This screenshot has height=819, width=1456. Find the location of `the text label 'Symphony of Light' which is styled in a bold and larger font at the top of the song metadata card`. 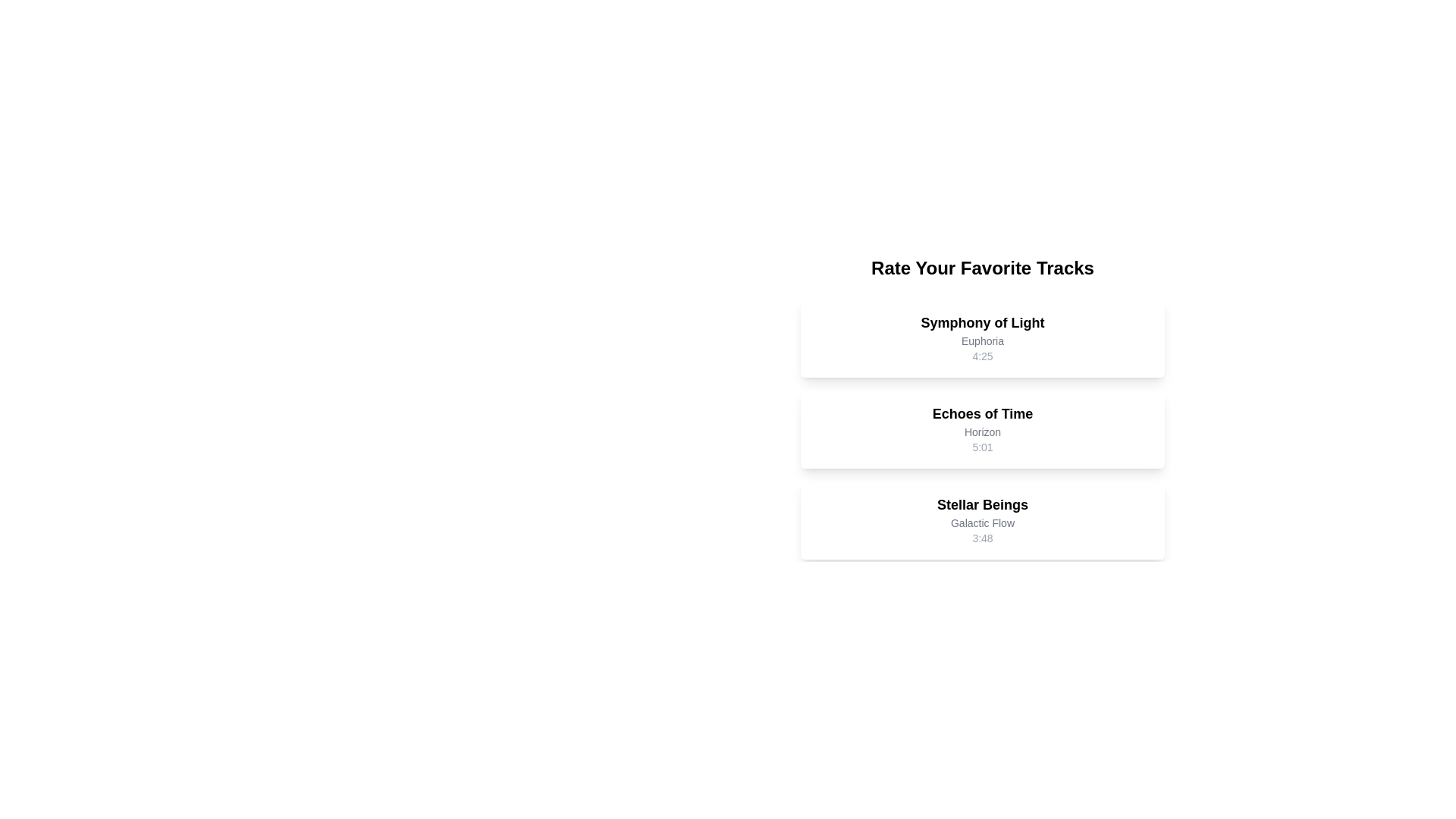

the text label 'Symphony of Light' which is styled in a bold and larger font at the top of the song metadata card is located at coordinates (983, 322).